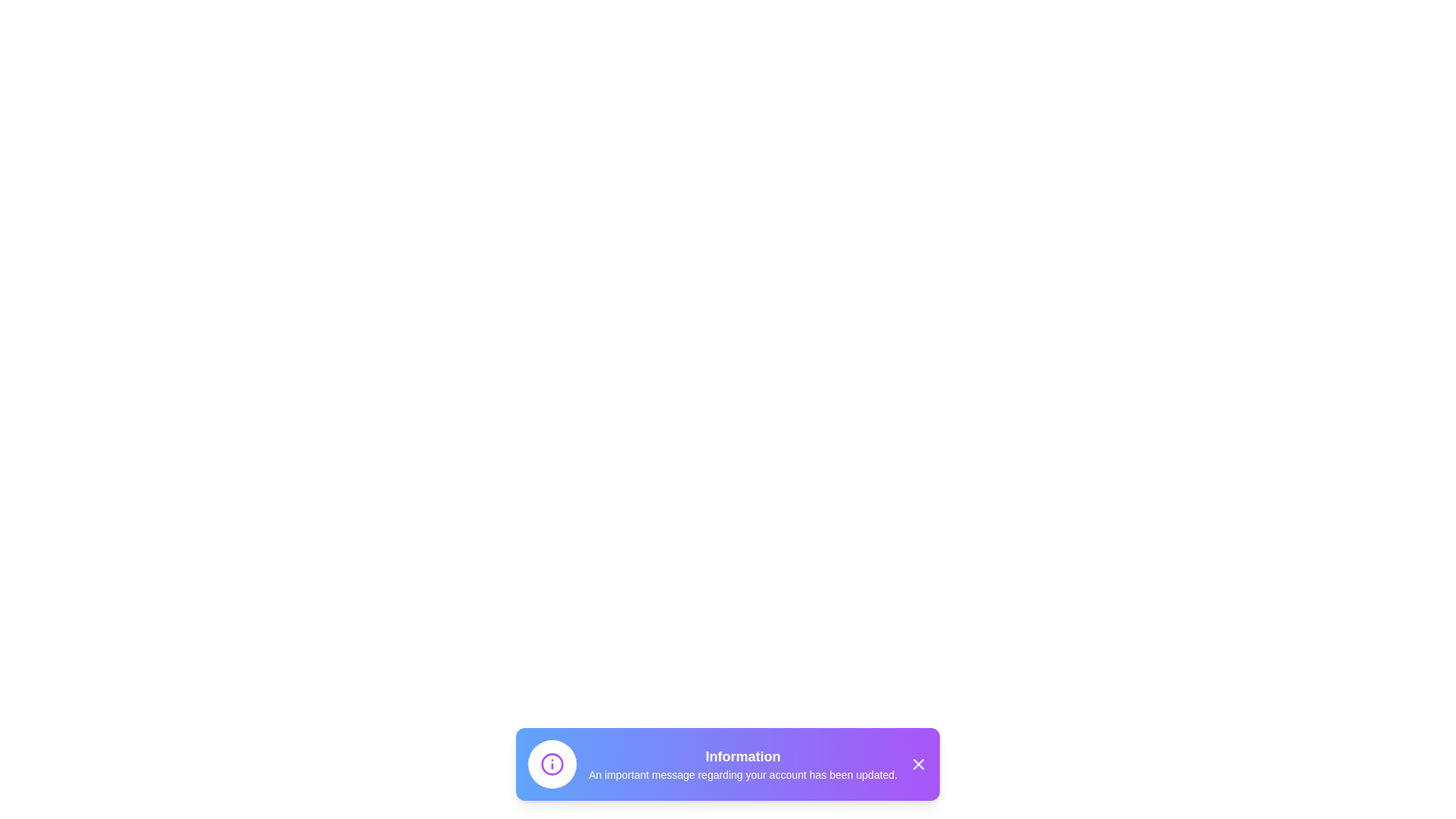 This screenshot has height=819, width=1456. Describe the element at coordinates (918, 764) in the screenshot. I see `the close button to dismiss the alert` at that location.